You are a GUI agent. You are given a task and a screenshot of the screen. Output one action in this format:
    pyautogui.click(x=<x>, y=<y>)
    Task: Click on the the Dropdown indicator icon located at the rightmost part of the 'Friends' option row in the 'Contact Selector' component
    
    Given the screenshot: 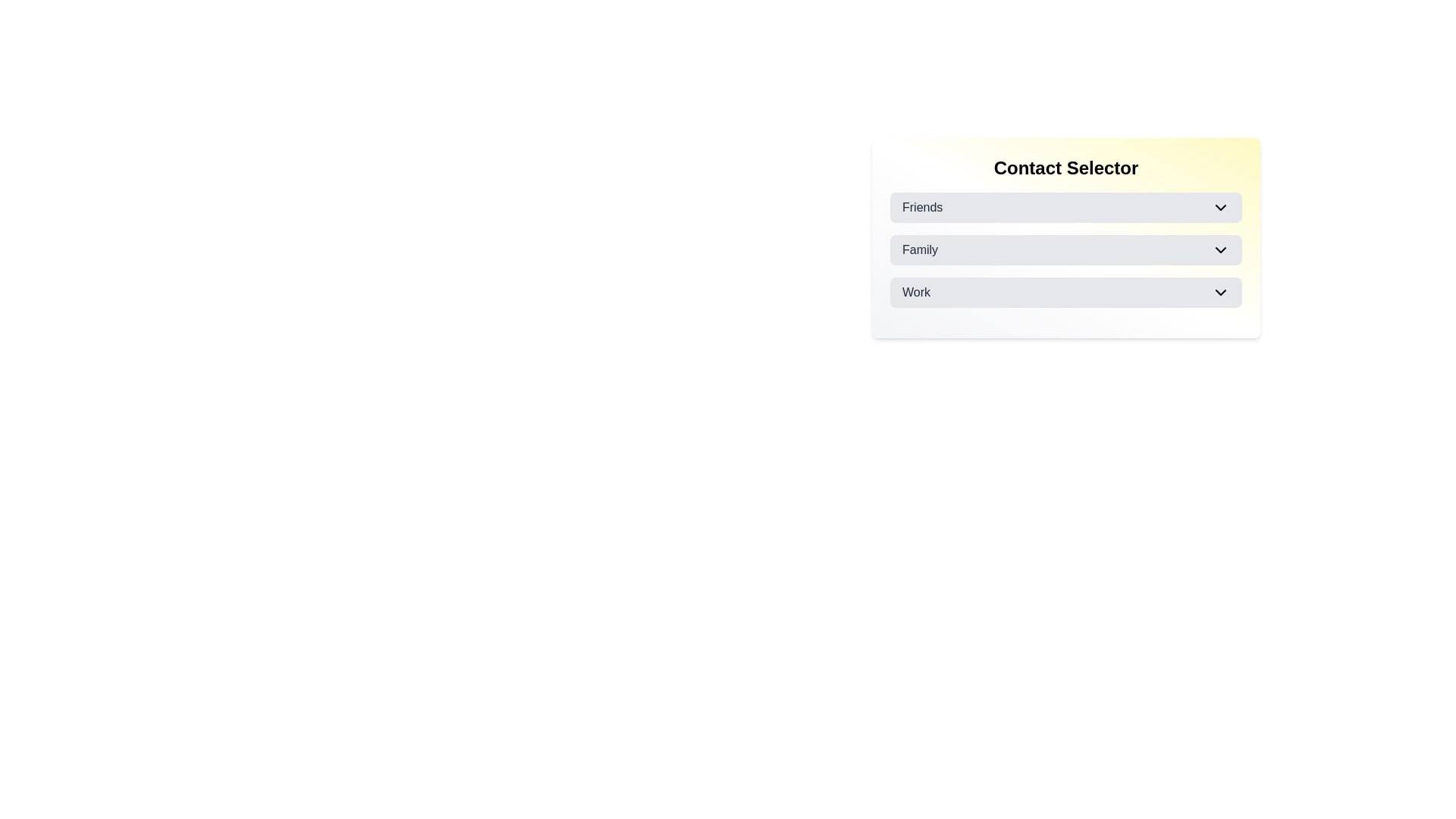 What is the action you would take?
    pyautogui.click(x=1220, y=207)
    